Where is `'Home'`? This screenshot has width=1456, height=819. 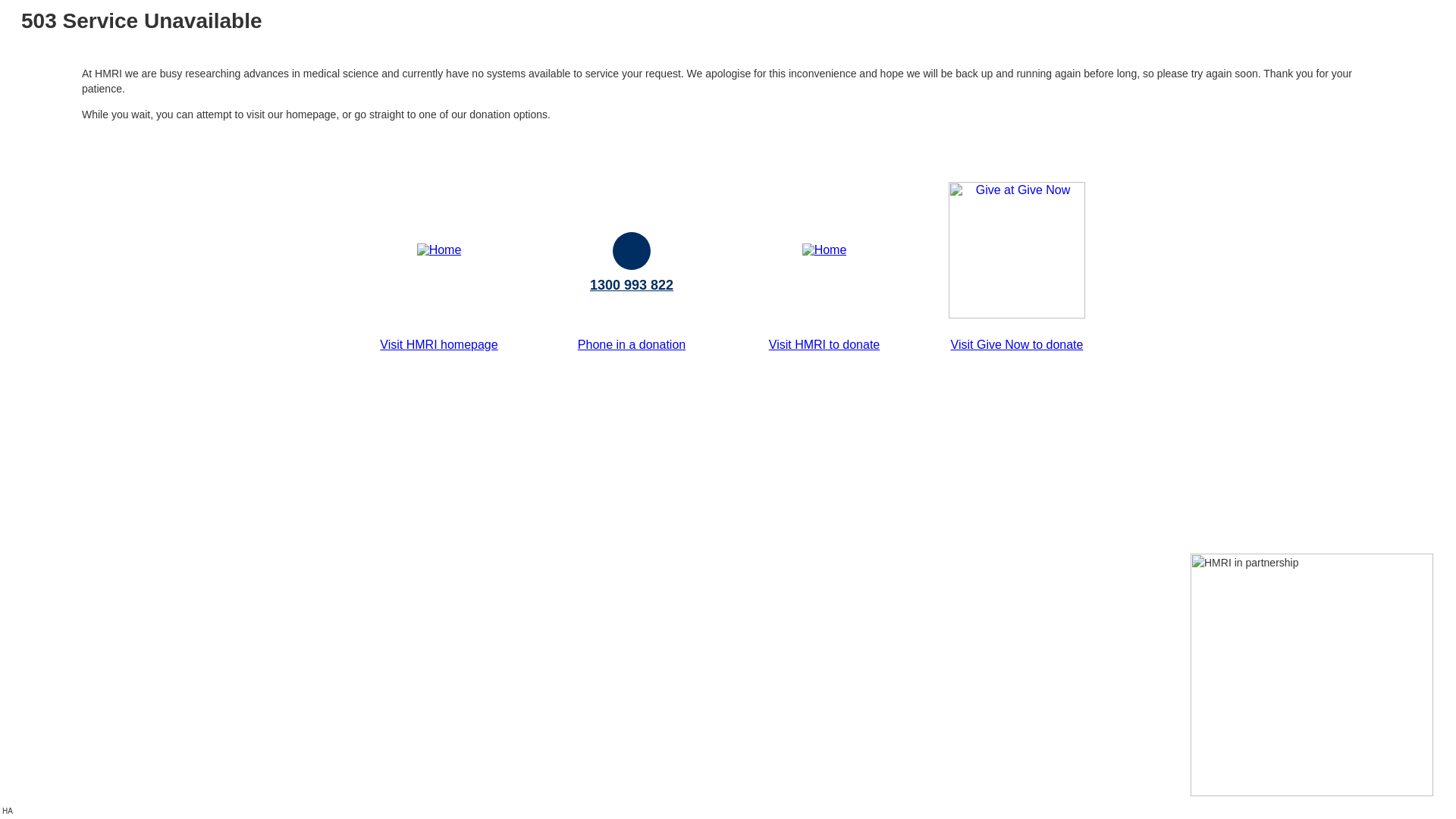
'Home' is located at coordinates (417, 249).